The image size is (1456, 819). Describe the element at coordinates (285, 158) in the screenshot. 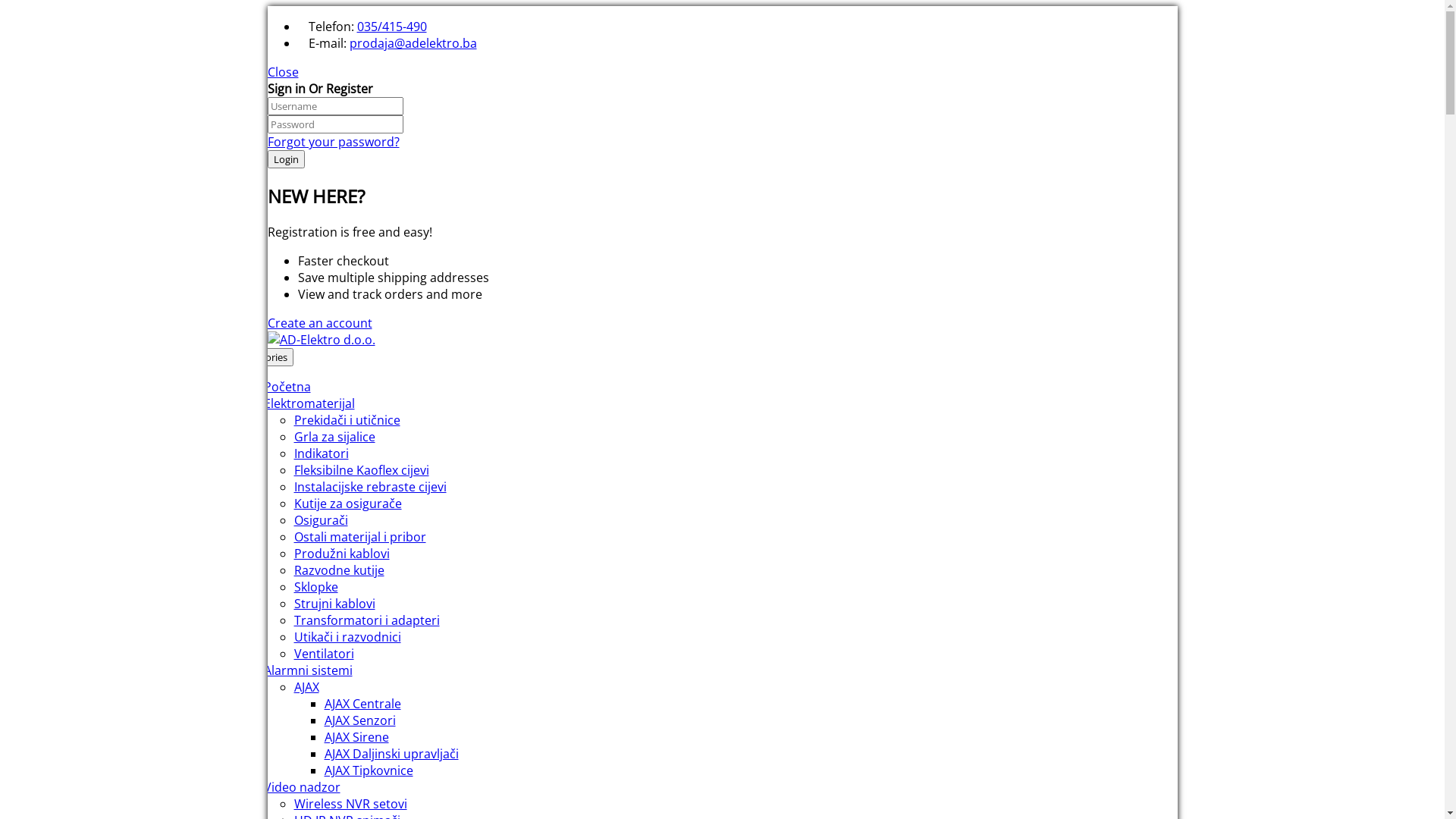

I see `'Login'` at that location.